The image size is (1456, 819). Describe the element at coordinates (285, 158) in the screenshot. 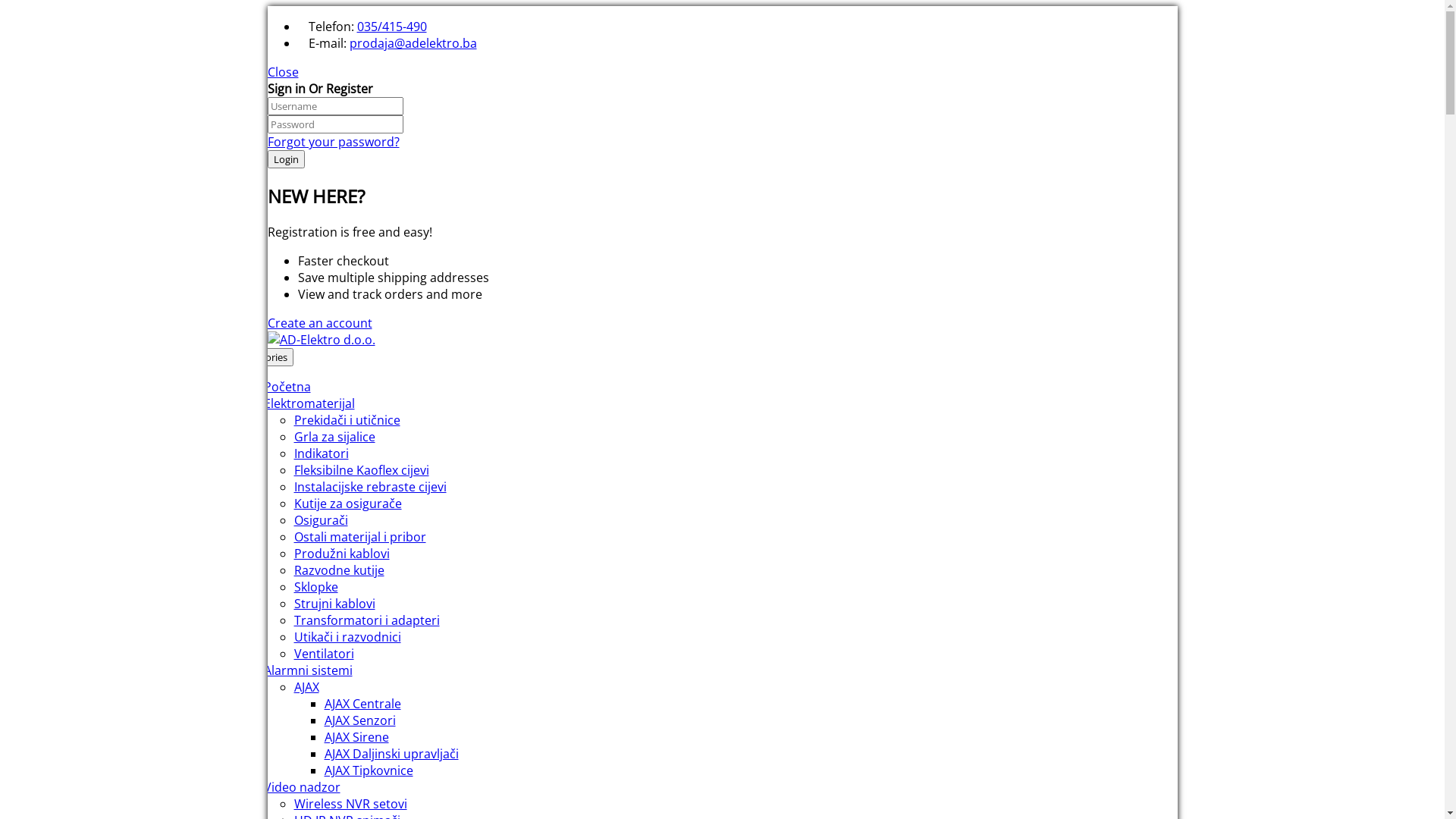

I see `'Login'` at that location.